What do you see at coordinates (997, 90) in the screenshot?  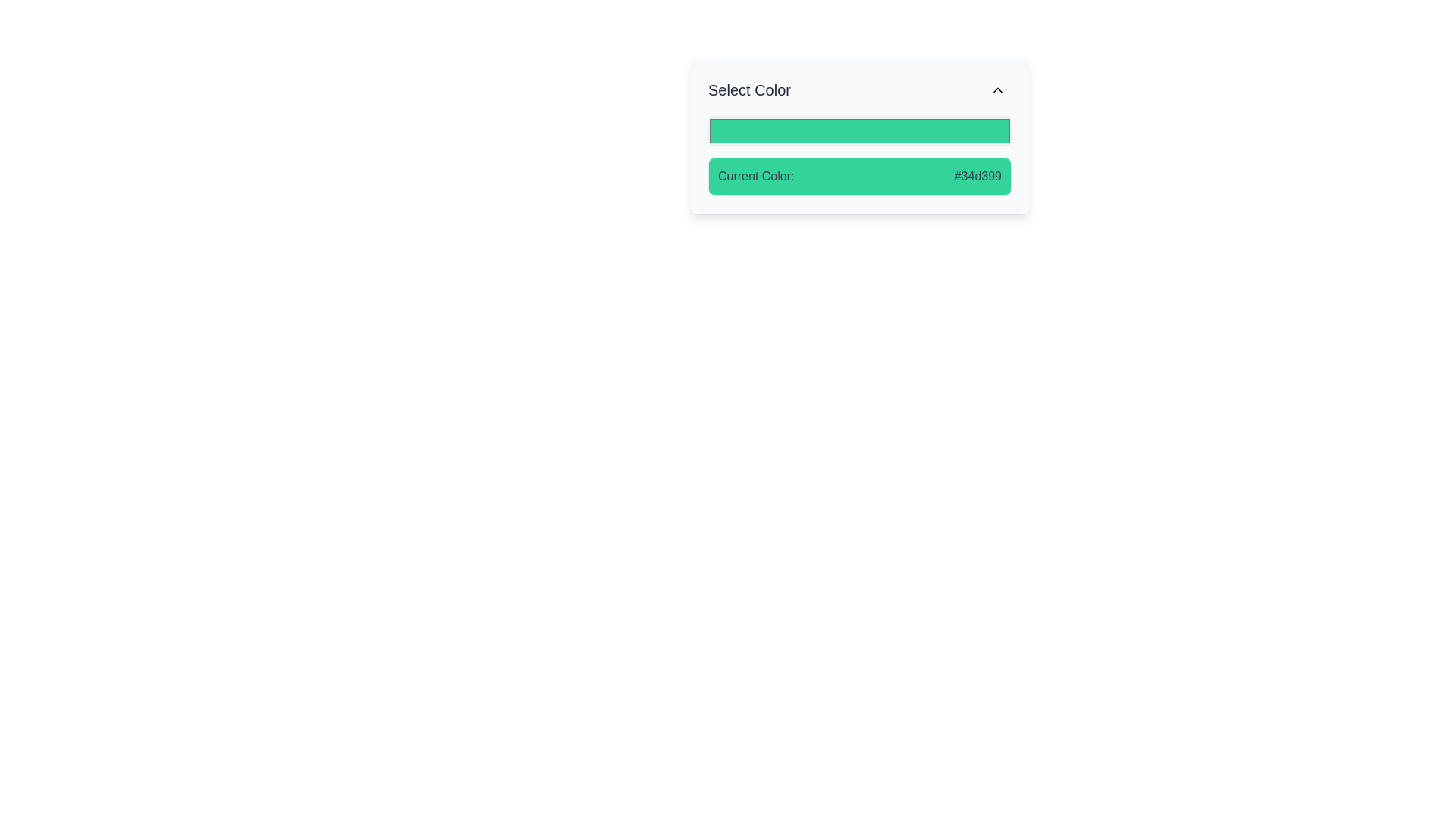 I see `the upwards-pointing chevron icon located in the top-right corner of the 'Select Color' card` at bounding box center [997, 90].